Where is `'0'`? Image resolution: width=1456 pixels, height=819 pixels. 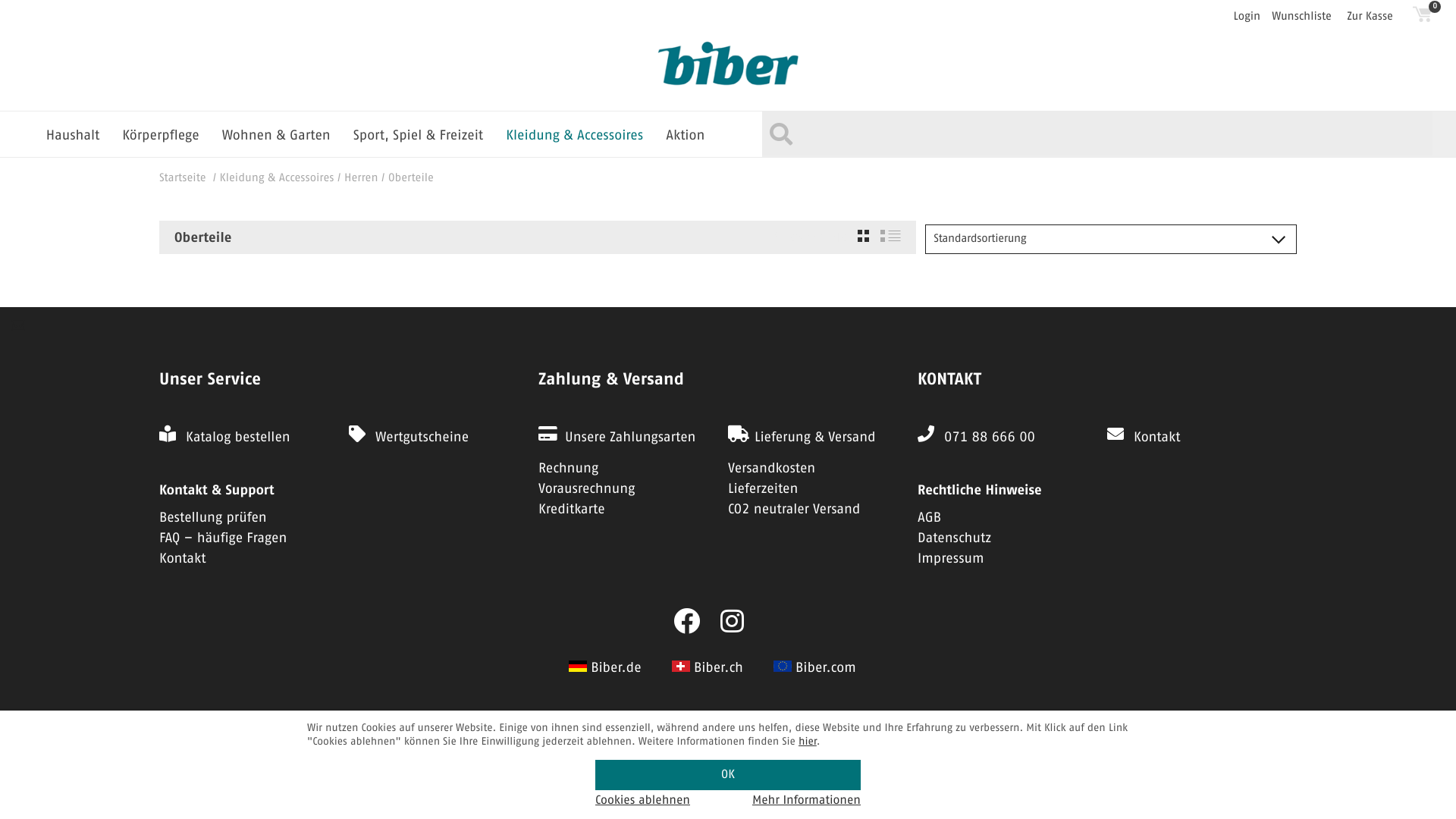 '0' is located at coordinates (1422, 14).